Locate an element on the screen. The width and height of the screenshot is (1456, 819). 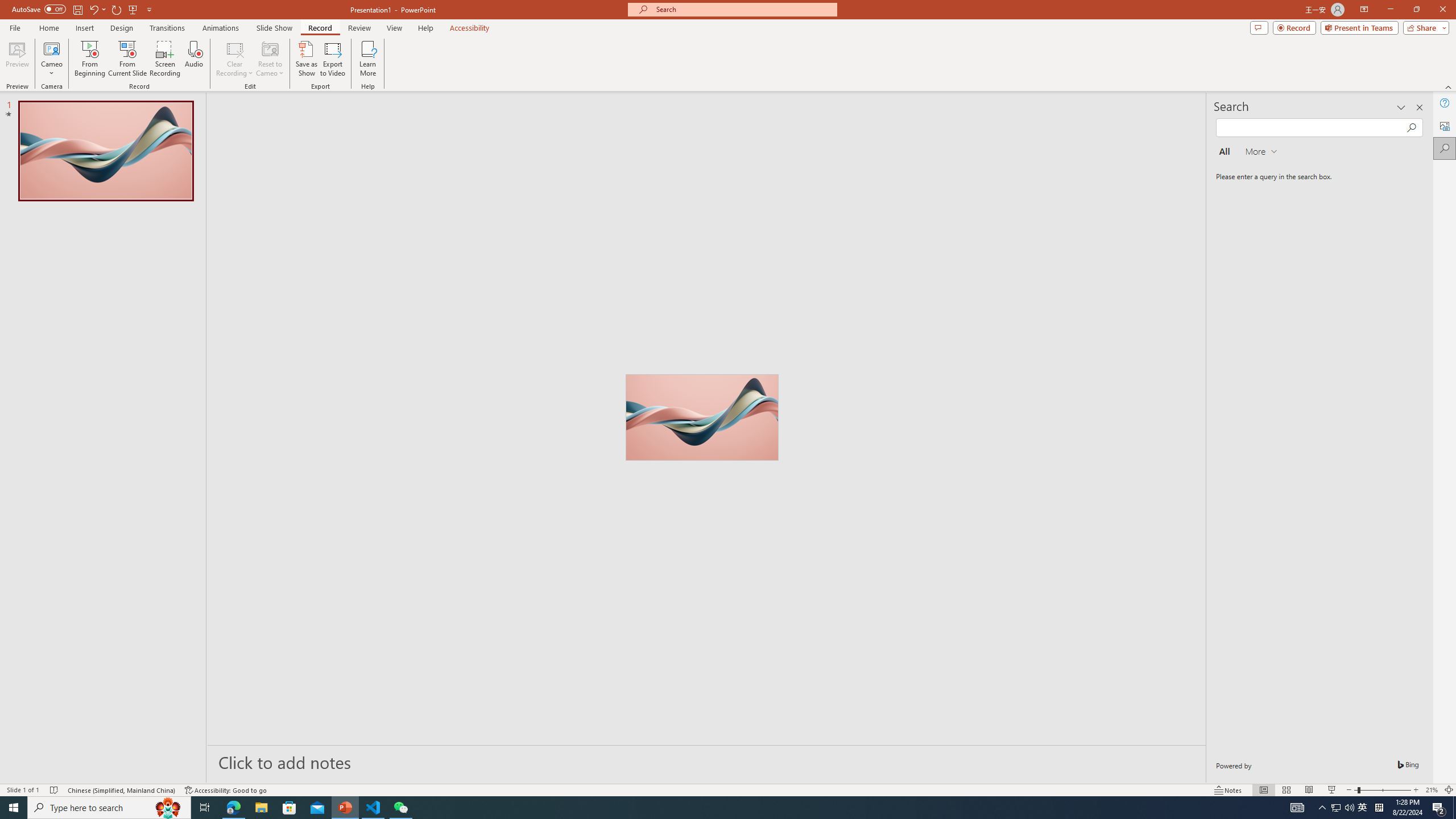
'Screen Recording' is located at coordinates (164, 59).